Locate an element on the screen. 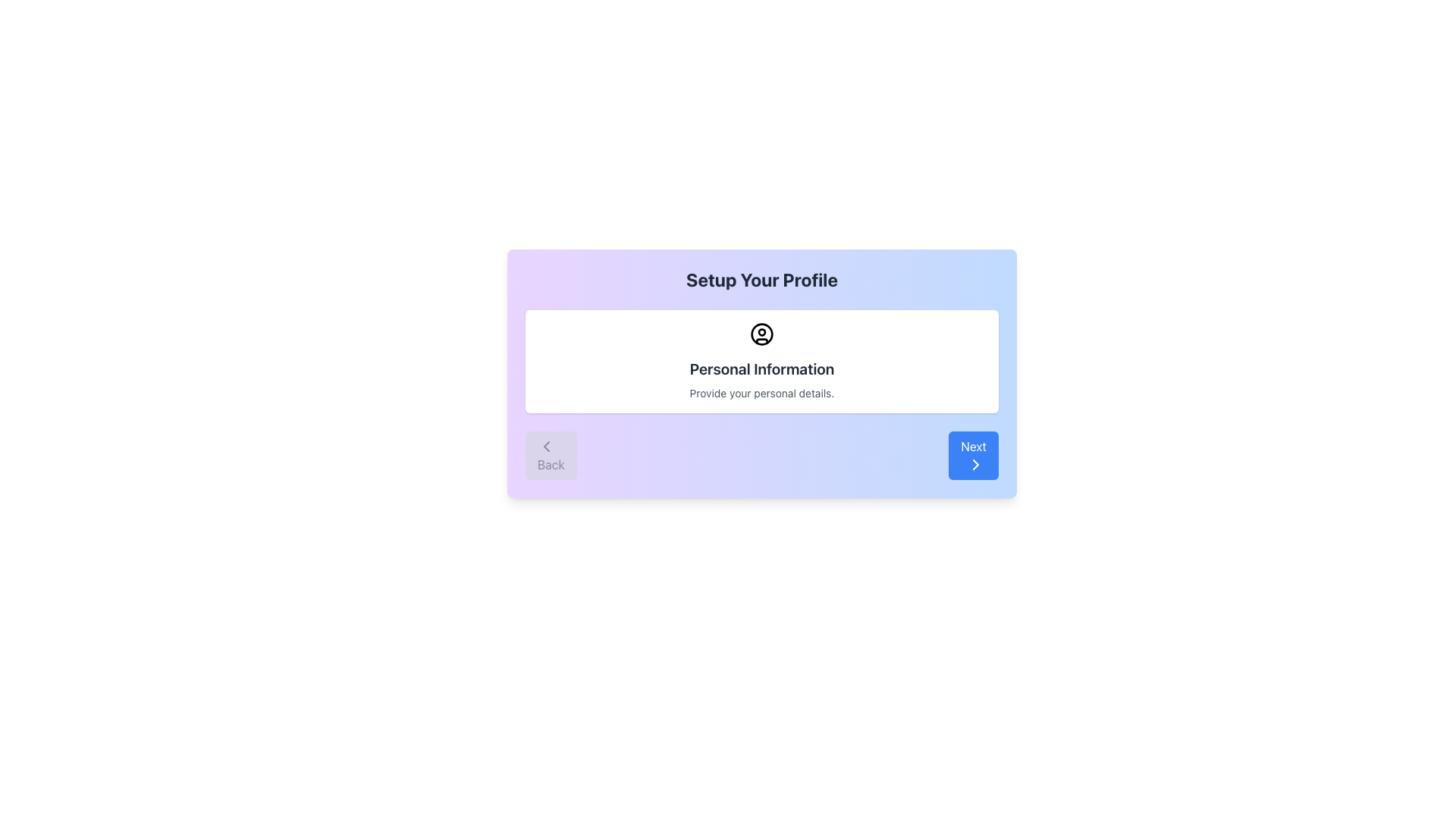  the left arrow SVG icon representing the 'Back' action, located on the bottom left corner of the 'Setup Your Profile' form is located at coordinates (546, 446).